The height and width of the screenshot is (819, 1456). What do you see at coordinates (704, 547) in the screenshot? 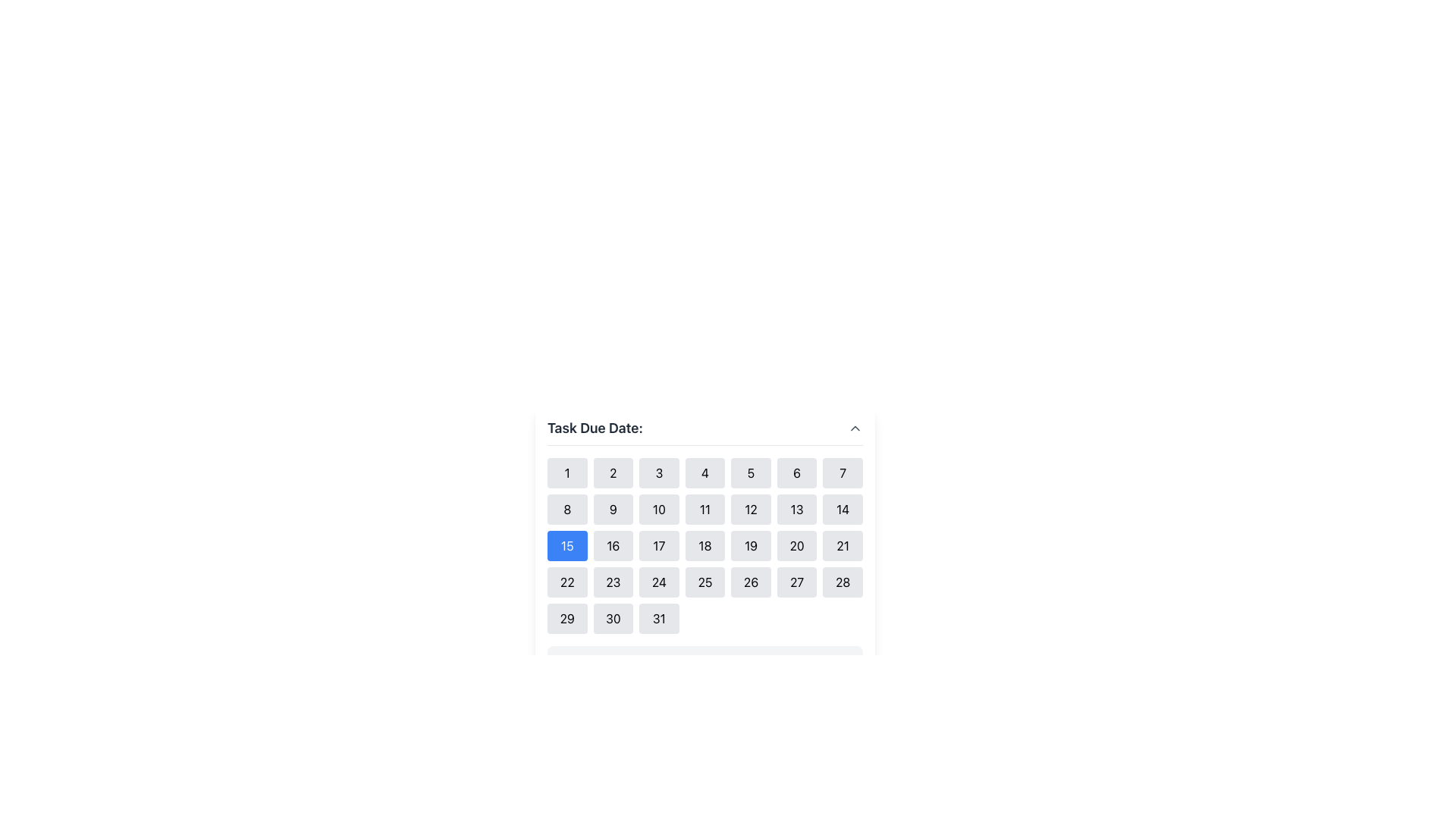
I see `the highlighted calendar date button representing the number 18, located in the third row, fourth item of the grid layout under 'Task Due Date:' in the modal dialogue box` at bounding box center [704, 547].